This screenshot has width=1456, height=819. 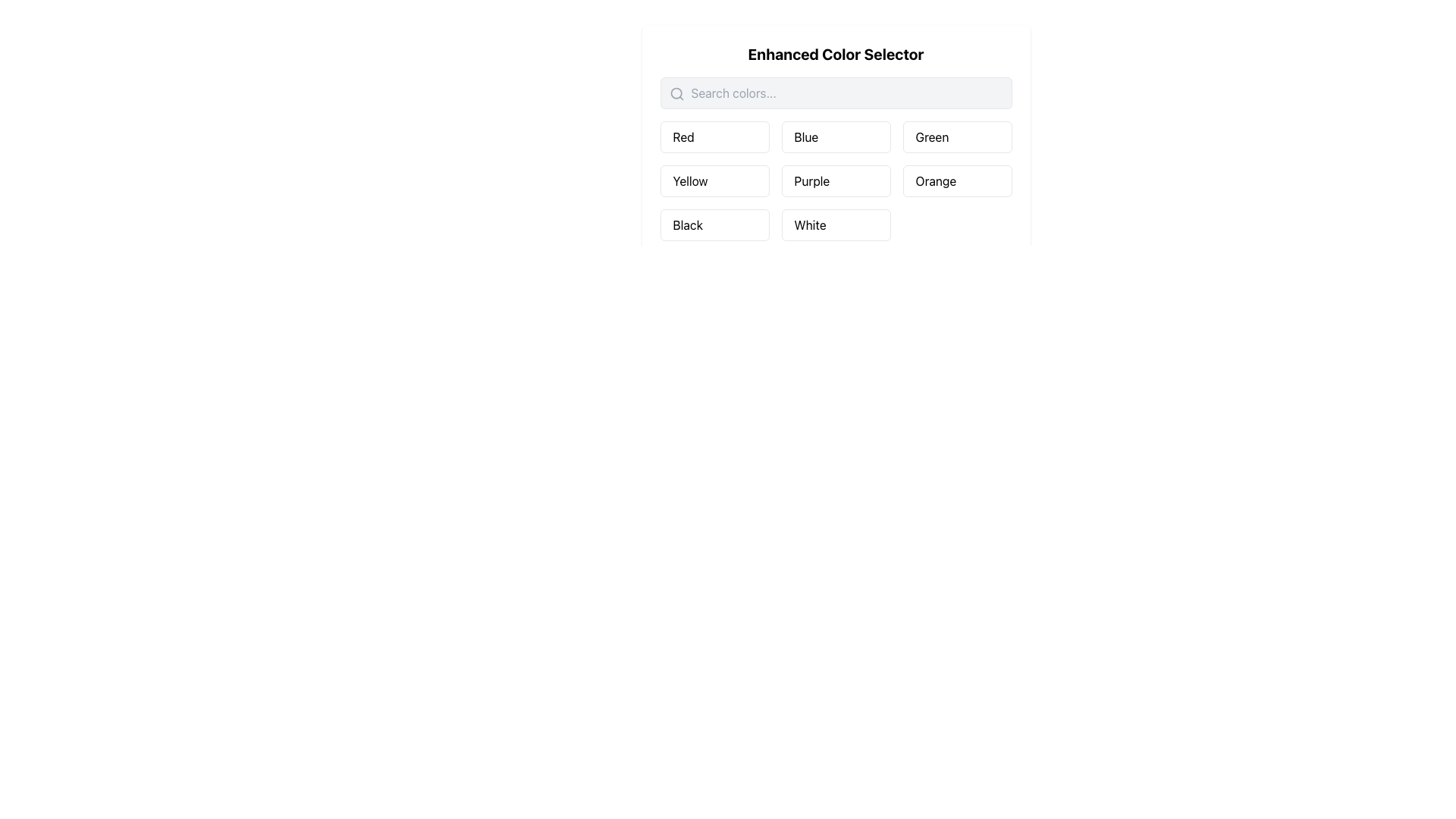 I want to click on the 'Blue' button, which is the second button in the top row of a grid layout containing color options, so click(x=835, y=137).